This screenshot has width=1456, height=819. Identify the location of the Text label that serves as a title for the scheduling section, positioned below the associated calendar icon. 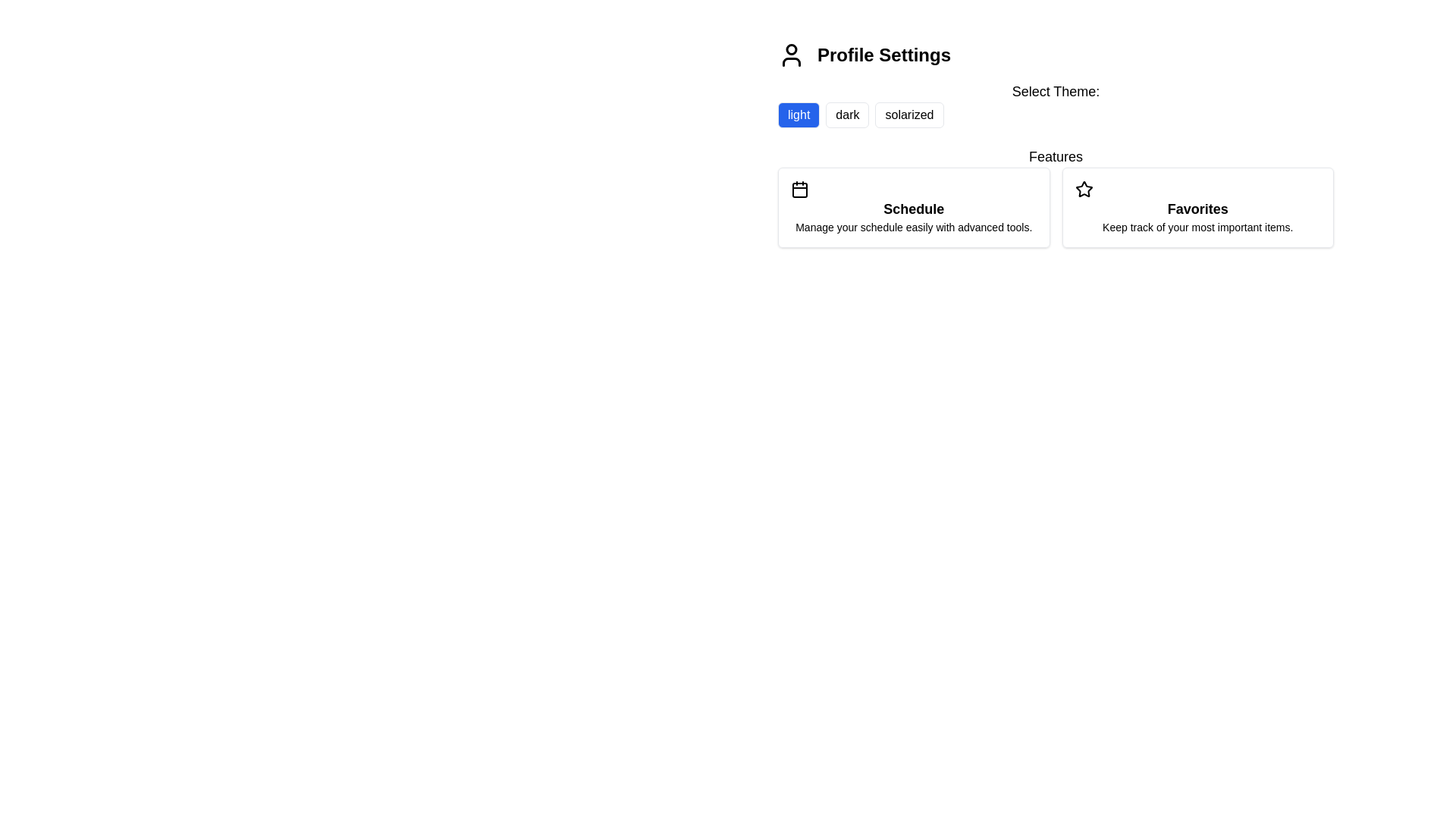
(913, 209).